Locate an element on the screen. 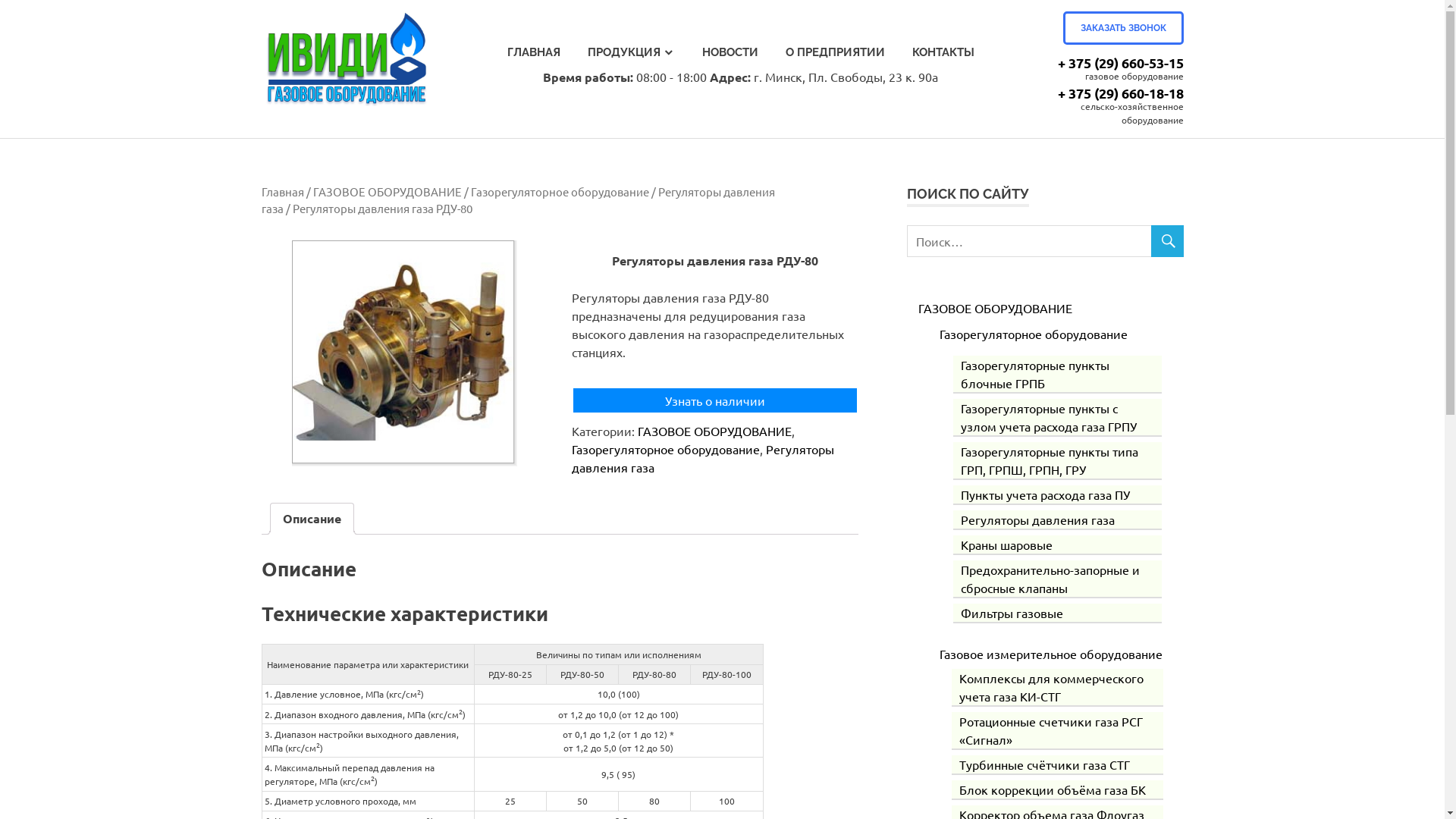 This screenshot has width=1456, height=819. '+ 375 (29) 660-18-18' is located at coordinates (1056, 93).